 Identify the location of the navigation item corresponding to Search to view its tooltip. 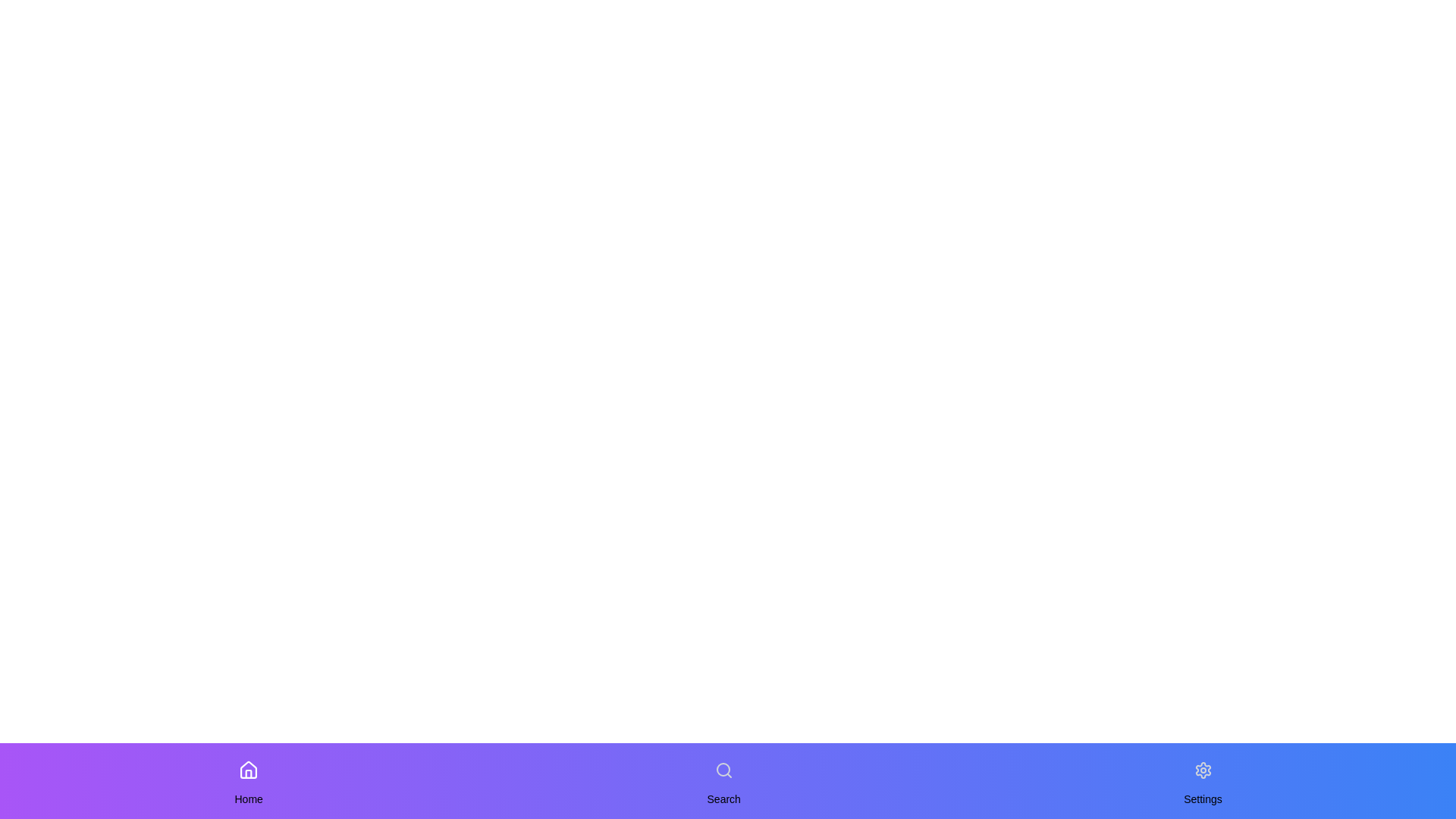
(723, 770).